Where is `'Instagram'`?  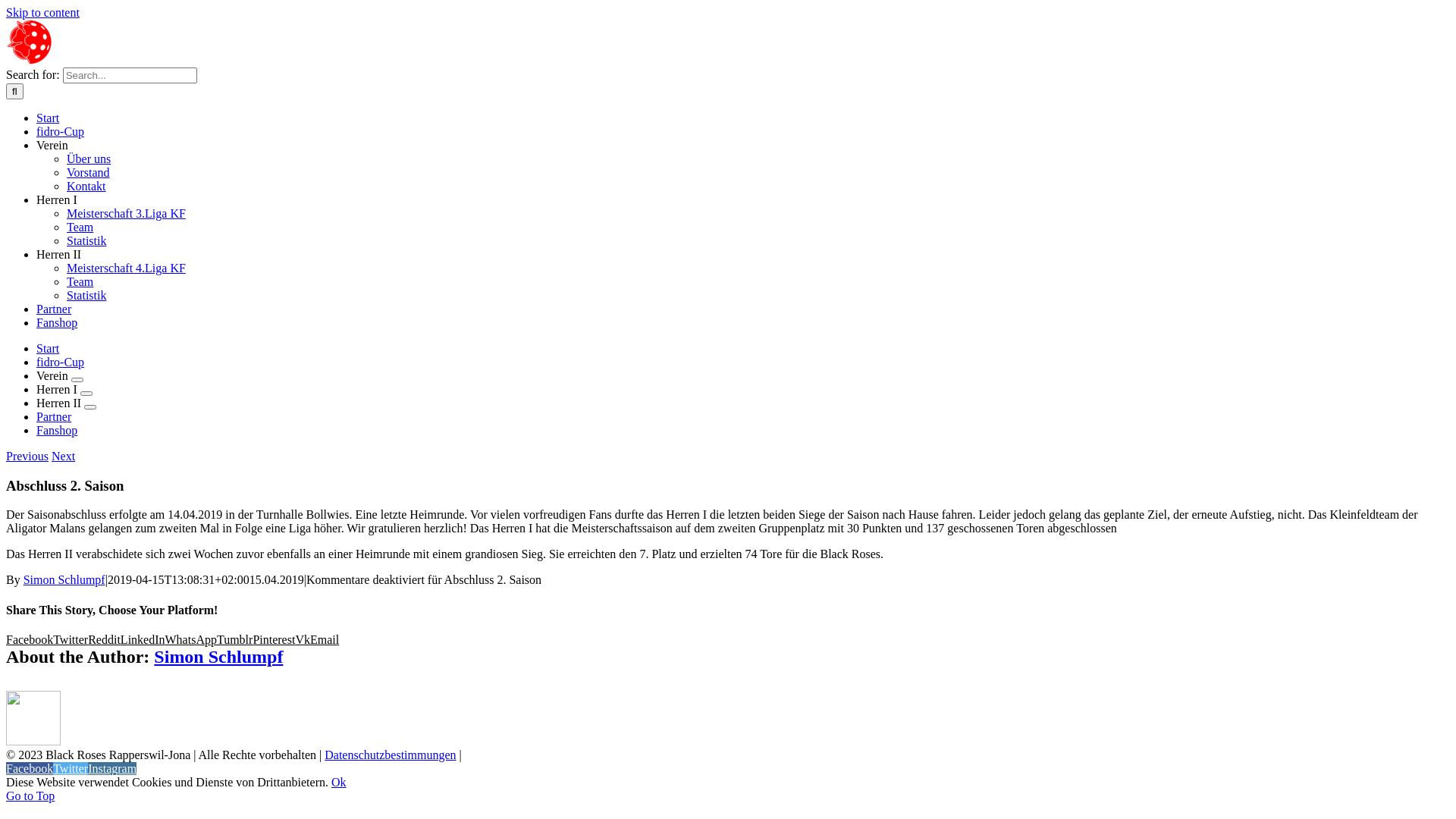
'Instagram' is located at coordinates (111, 768).